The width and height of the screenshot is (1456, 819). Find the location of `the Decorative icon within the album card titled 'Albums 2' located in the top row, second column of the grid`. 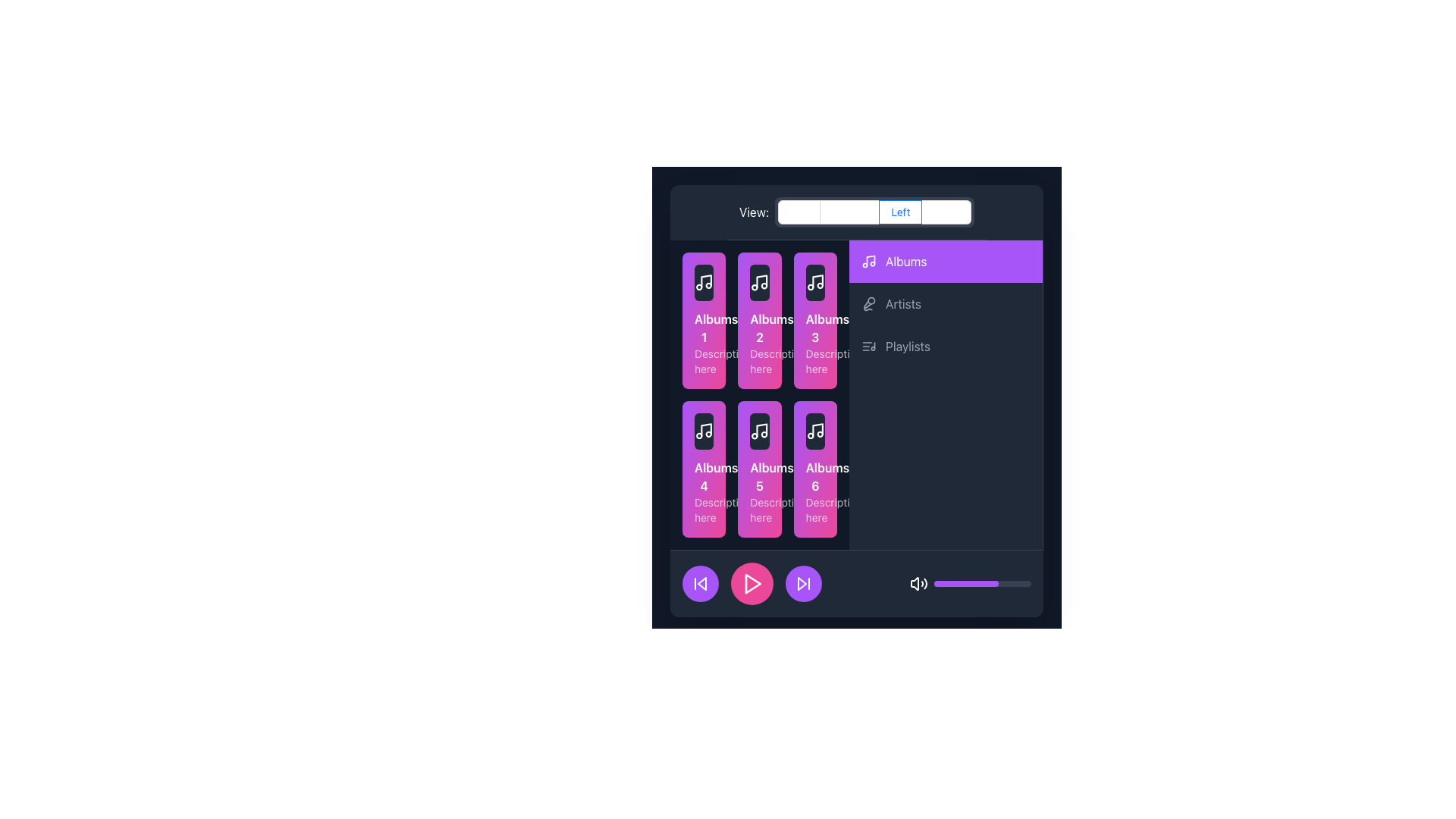

the Decorative icon within the album card titled 'Albums 2' located in the top row, second column of the grid is located at coordinates (760, 283).